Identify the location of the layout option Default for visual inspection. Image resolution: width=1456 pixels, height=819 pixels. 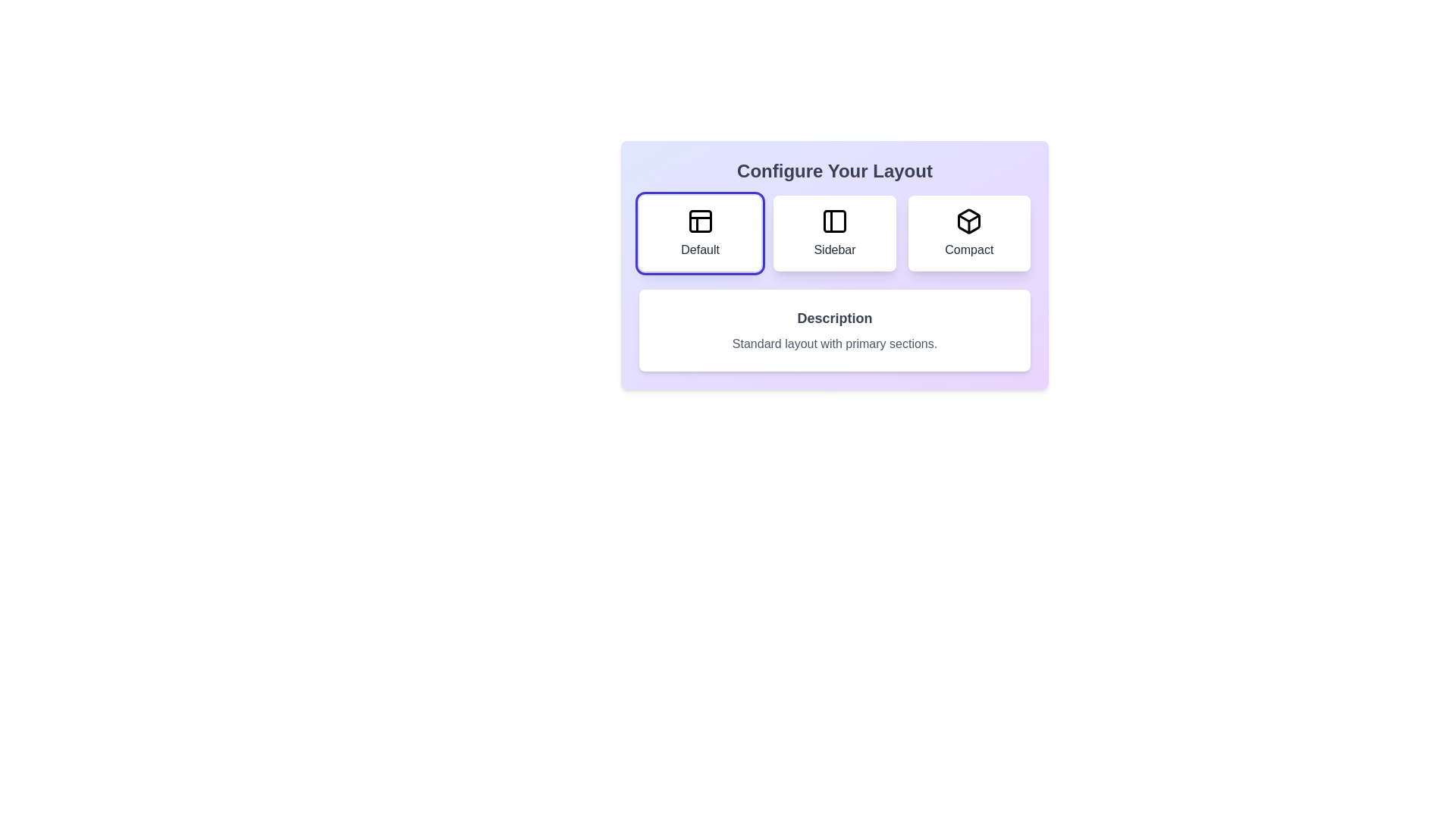
(699, 234).